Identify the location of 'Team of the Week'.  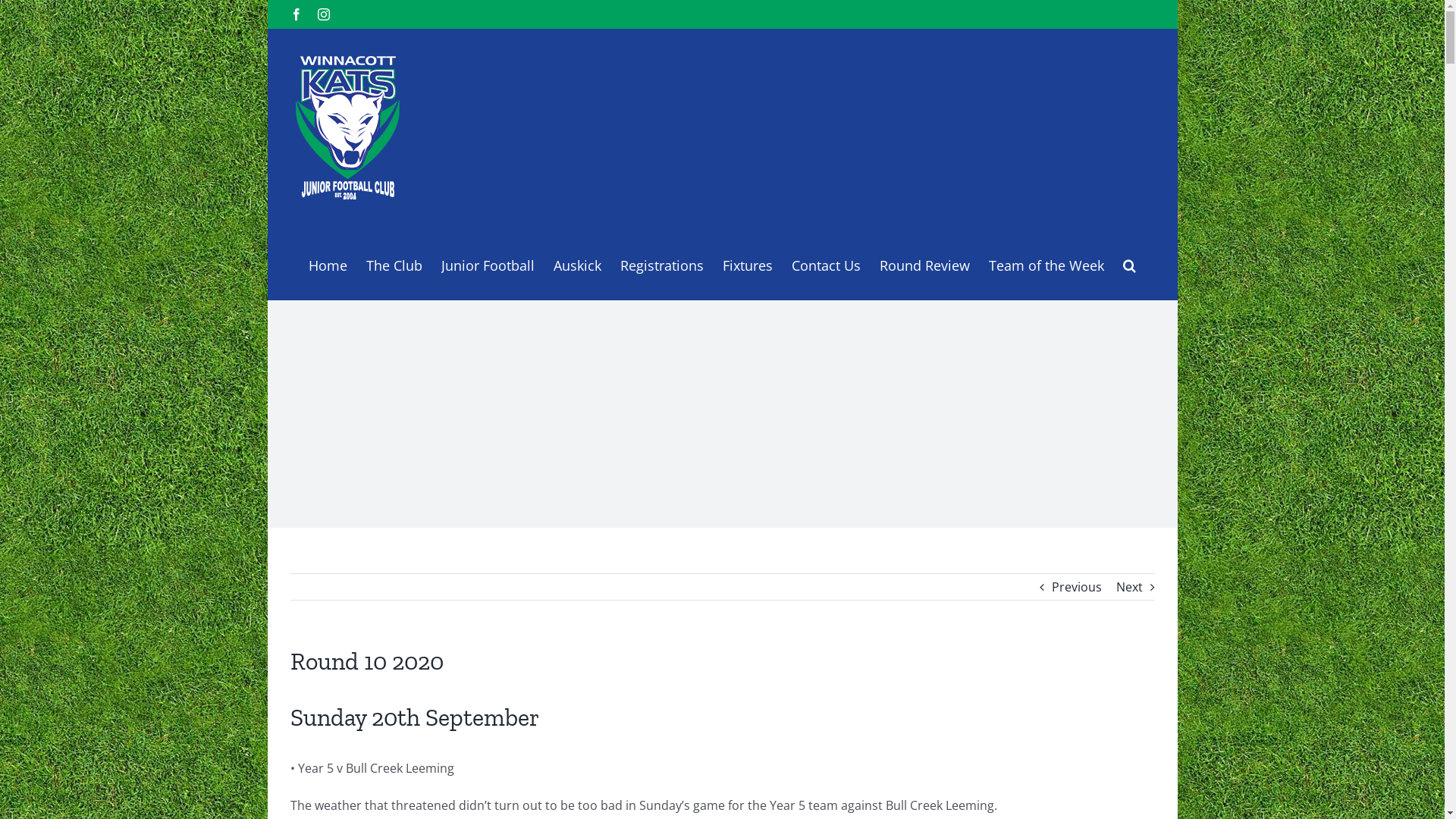
(1046, 262).